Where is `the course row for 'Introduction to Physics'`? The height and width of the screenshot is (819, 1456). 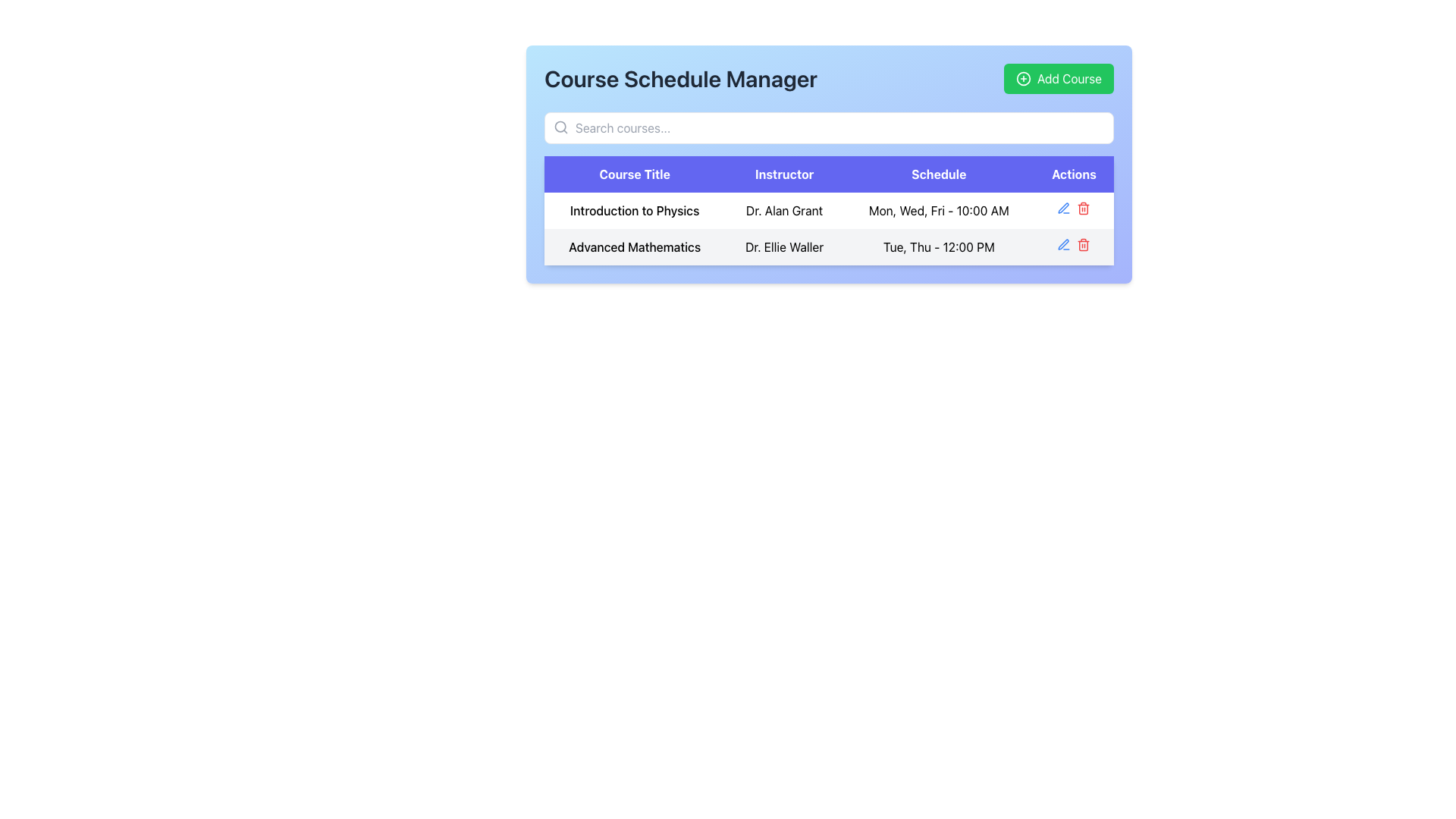
the course row for 'Introduction to Physics' is located at coordinates (828, 228).